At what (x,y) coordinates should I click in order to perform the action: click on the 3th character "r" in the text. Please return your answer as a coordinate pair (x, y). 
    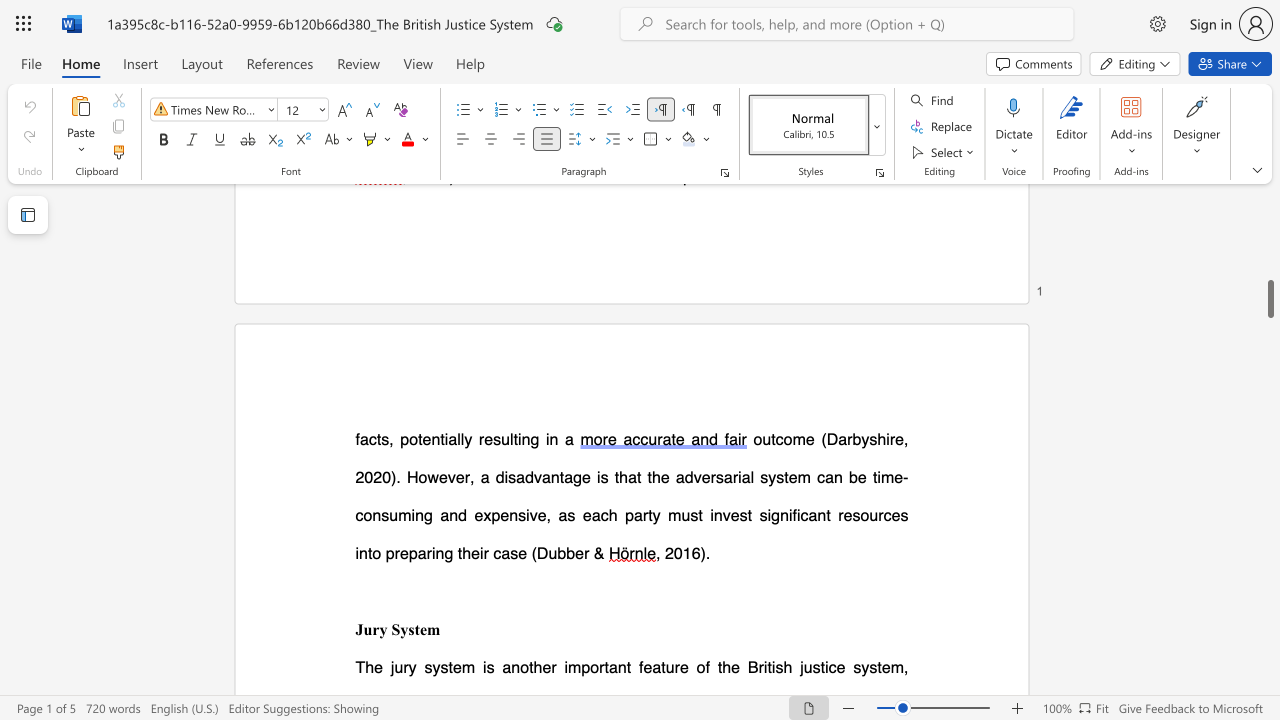
    Looking at the image, I should click on (734, 477).